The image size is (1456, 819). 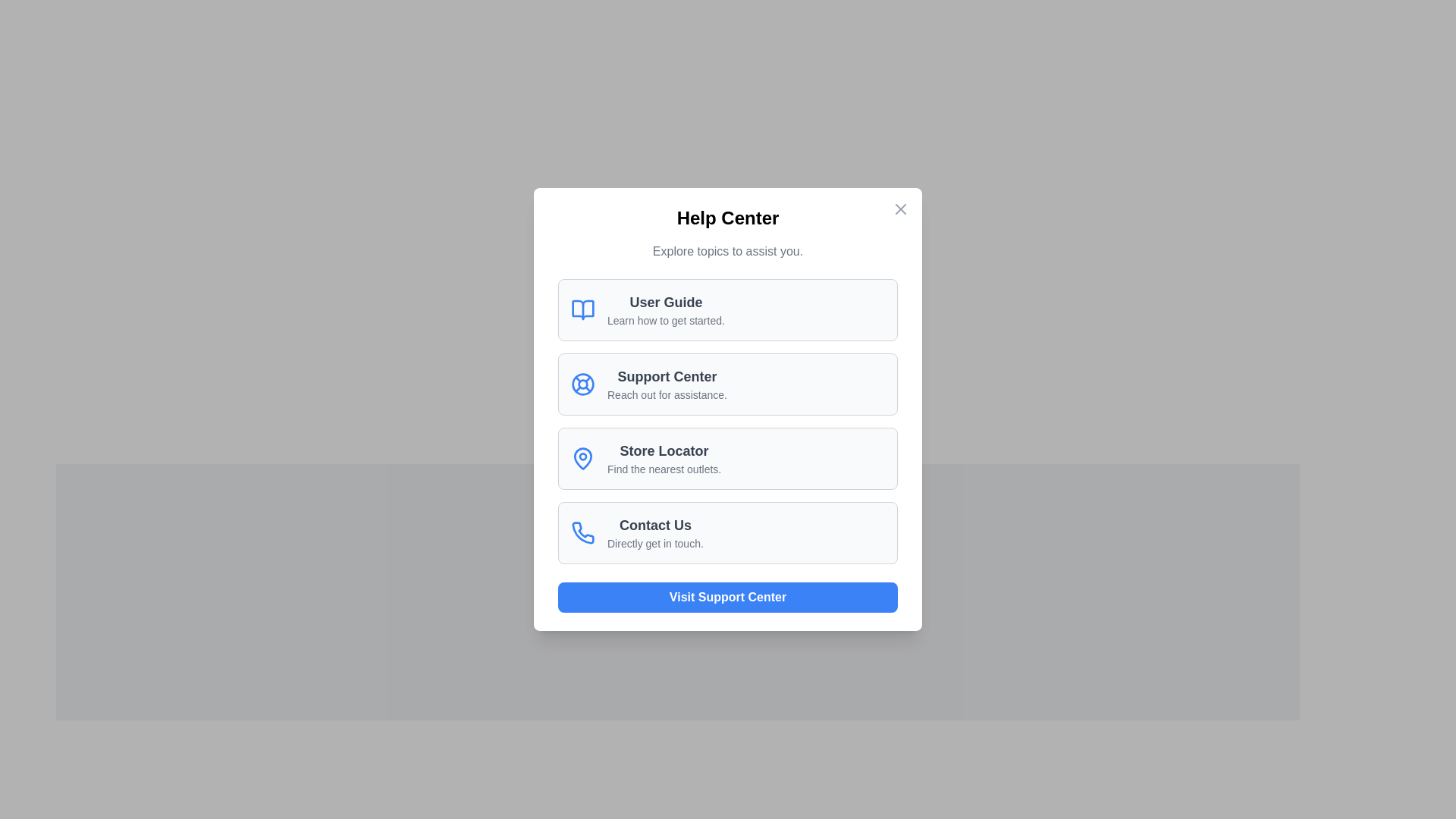 I want to click on or modify the SVG properties of the blue phone icon located to the left of the 'Contact Us' text in the Help Center interface, so click(x=582, y=532).